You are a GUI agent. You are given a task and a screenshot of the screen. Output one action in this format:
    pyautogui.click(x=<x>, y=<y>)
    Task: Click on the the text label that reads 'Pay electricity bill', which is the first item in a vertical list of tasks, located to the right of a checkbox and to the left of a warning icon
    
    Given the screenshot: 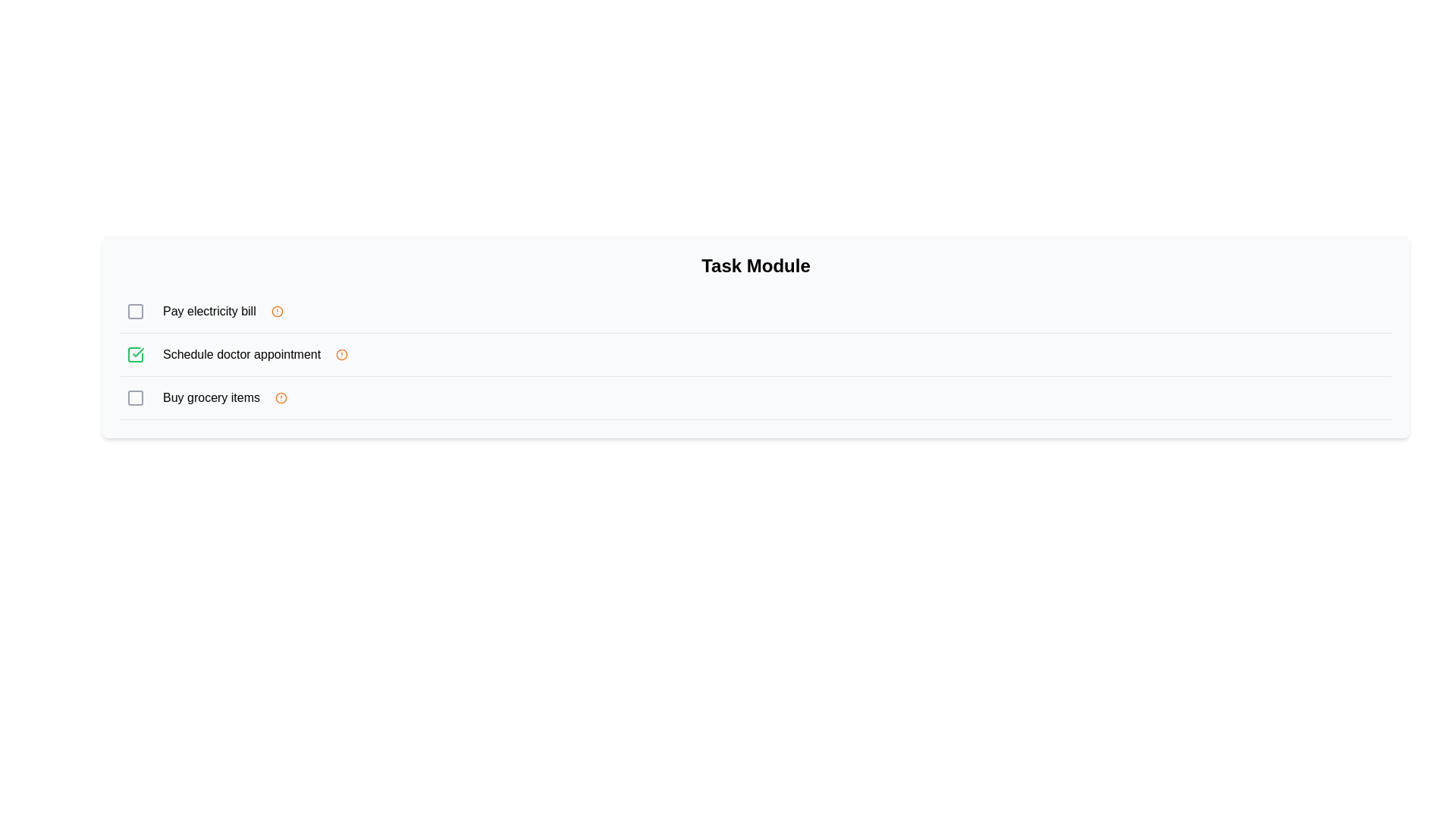 What is the action you would take?
    pyautogui.click(x=209, y=311)
    